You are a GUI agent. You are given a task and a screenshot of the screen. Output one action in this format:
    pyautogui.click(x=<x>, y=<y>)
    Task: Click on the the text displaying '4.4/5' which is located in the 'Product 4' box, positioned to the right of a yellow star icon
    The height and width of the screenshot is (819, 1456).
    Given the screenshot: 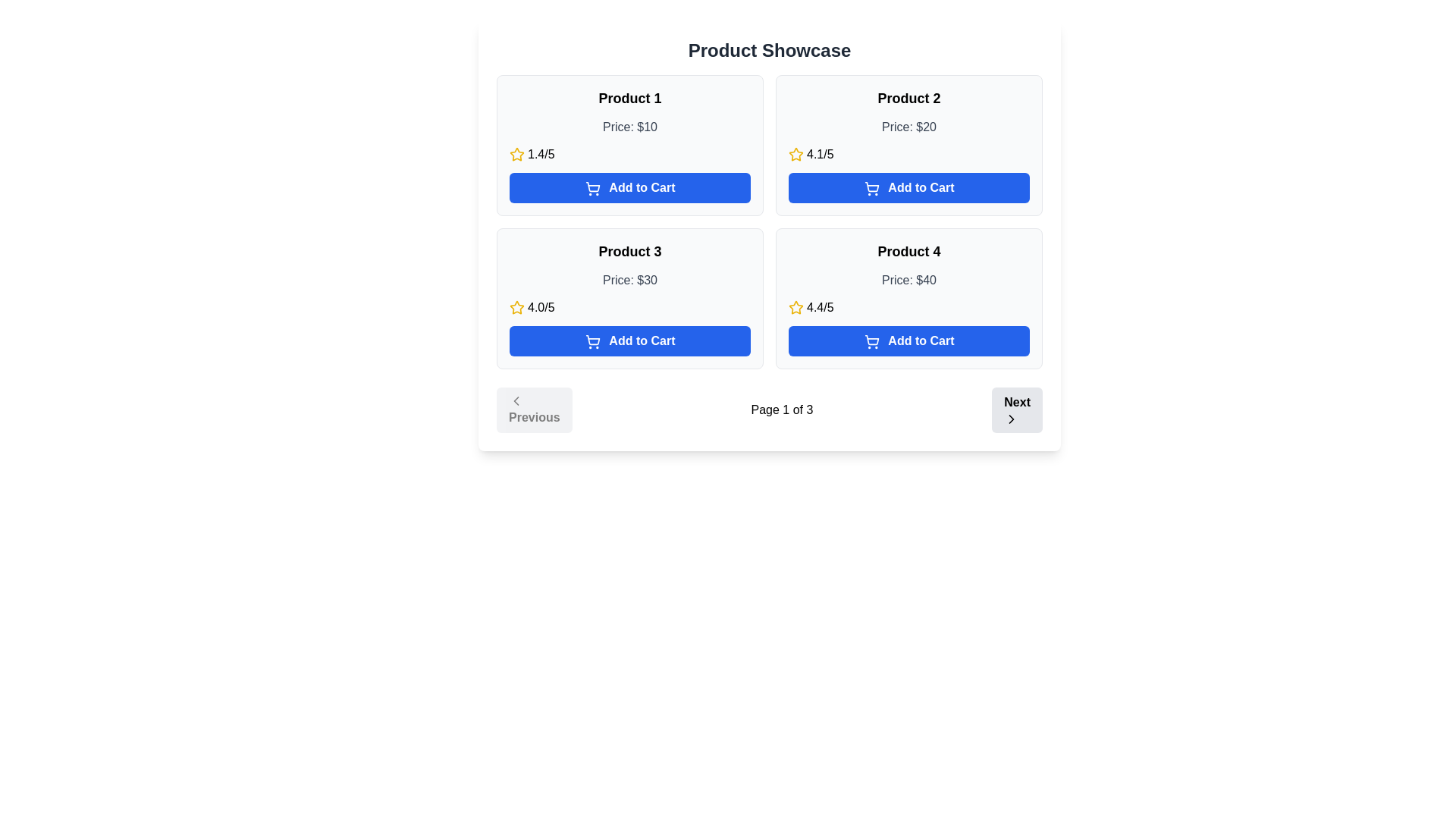 What is the action you would take?
    pyautogui.click(x=819, y=307)
    